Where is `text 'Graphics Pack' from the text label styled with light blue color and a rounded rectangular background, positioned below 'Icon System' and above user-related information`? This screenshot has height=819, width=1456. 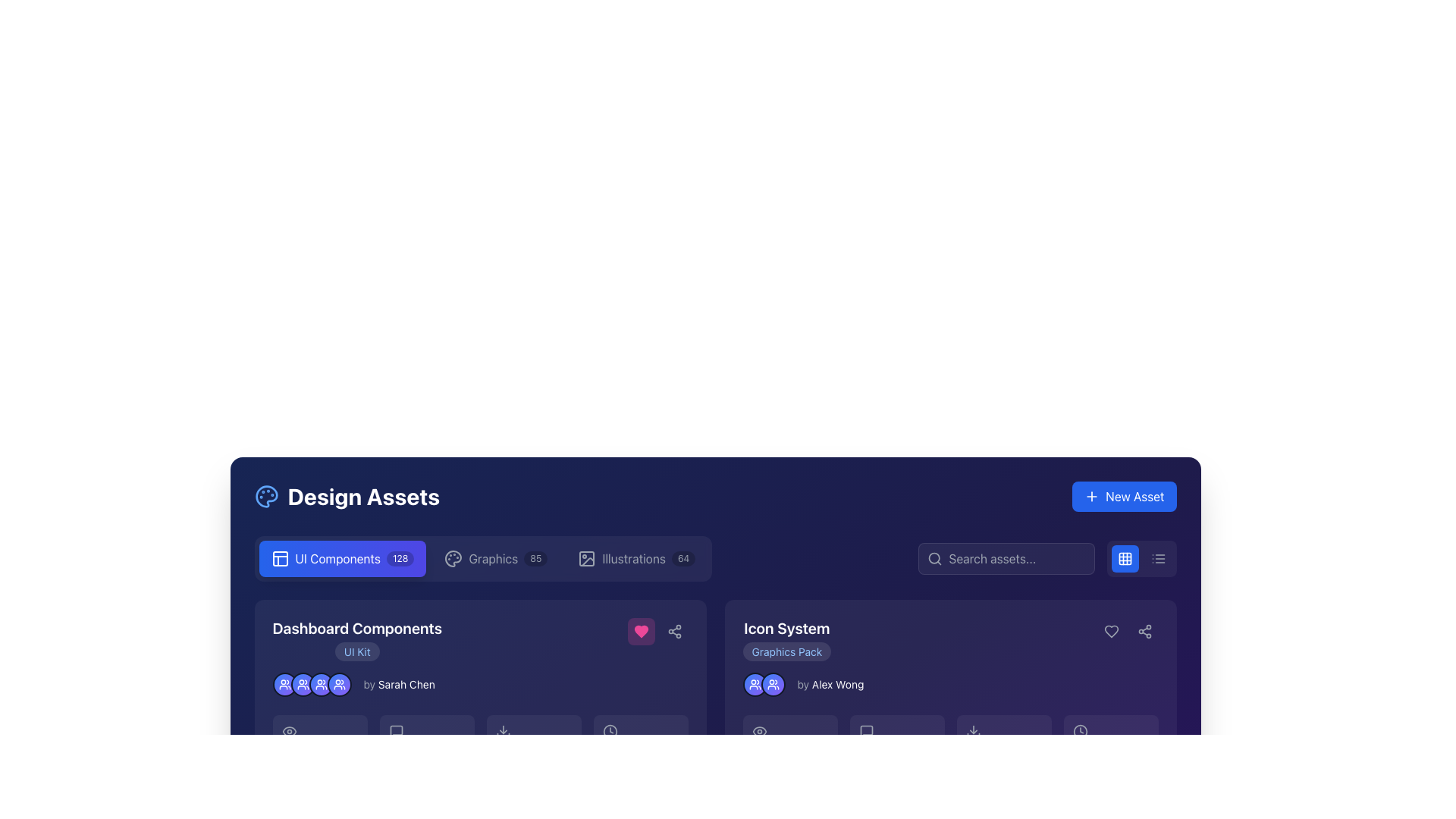
text 'Graphics Pack' from the text label styled with light blue color and a rounded rectangular background, positioned below 'Icon System' and above user-related information is located at coordinates (786, 651).